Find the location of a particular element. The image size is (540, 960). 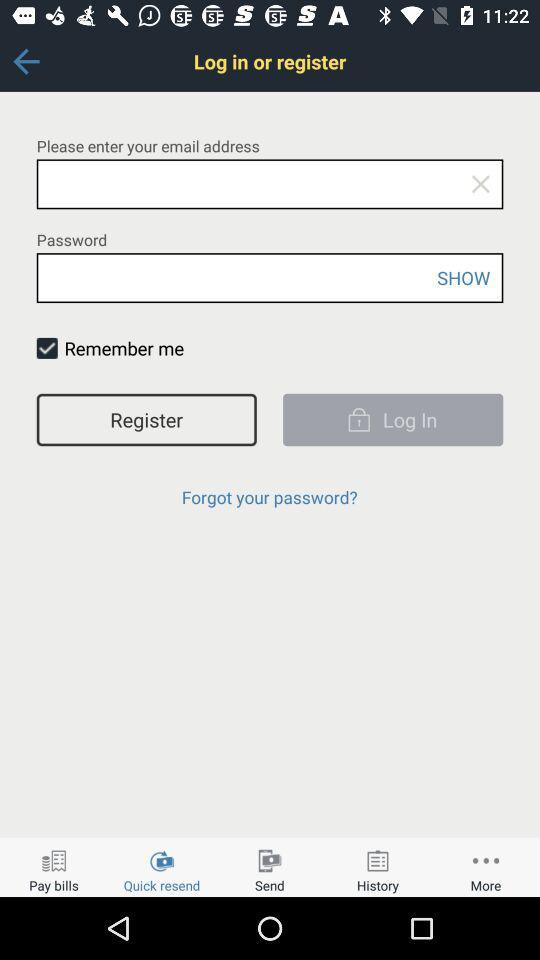

app to the left of log in or icon is located at coordinates (25, 61).